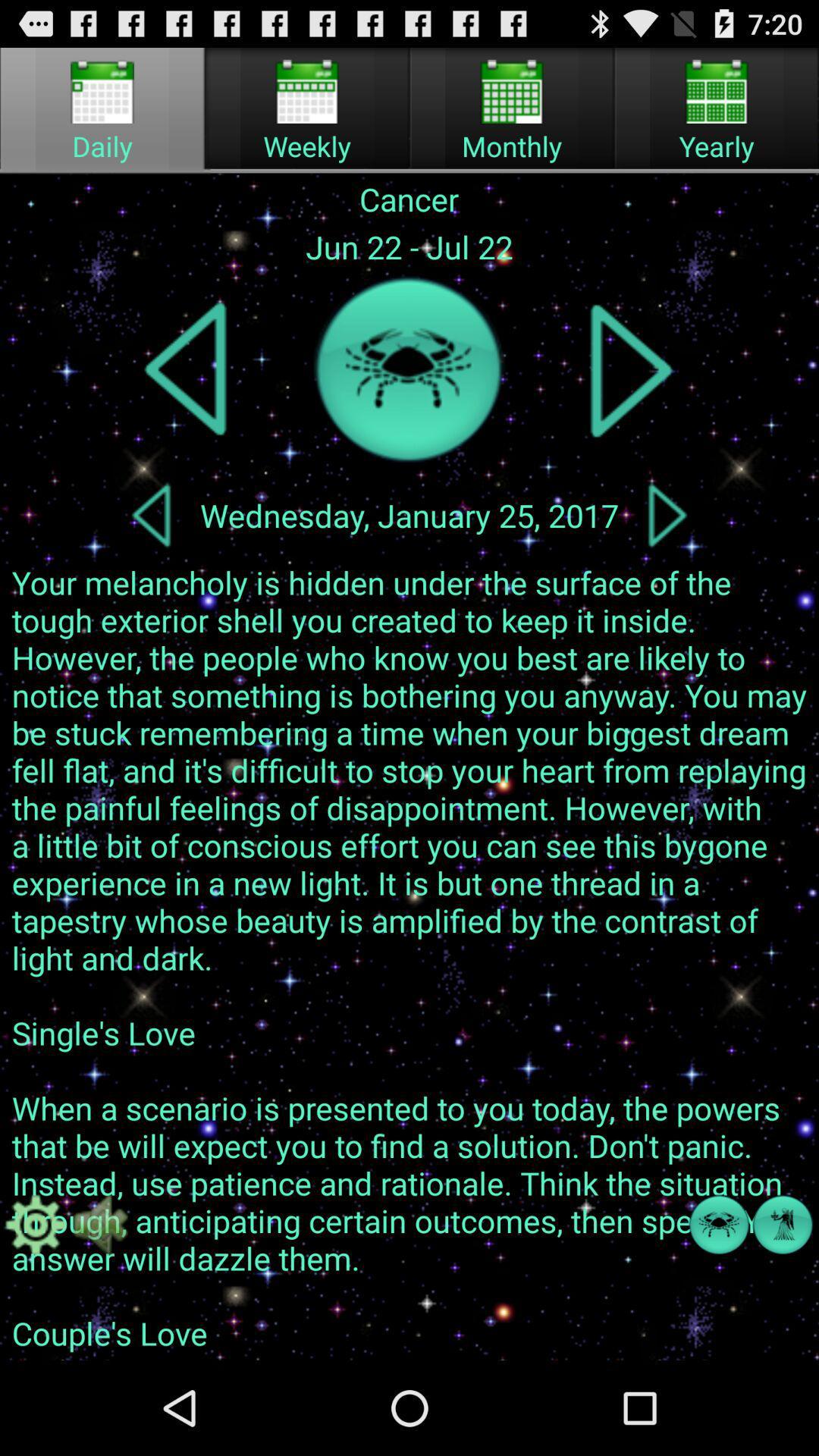 The image size is (819, 1456). I want to click on the settings icon, so click(35, 1310).